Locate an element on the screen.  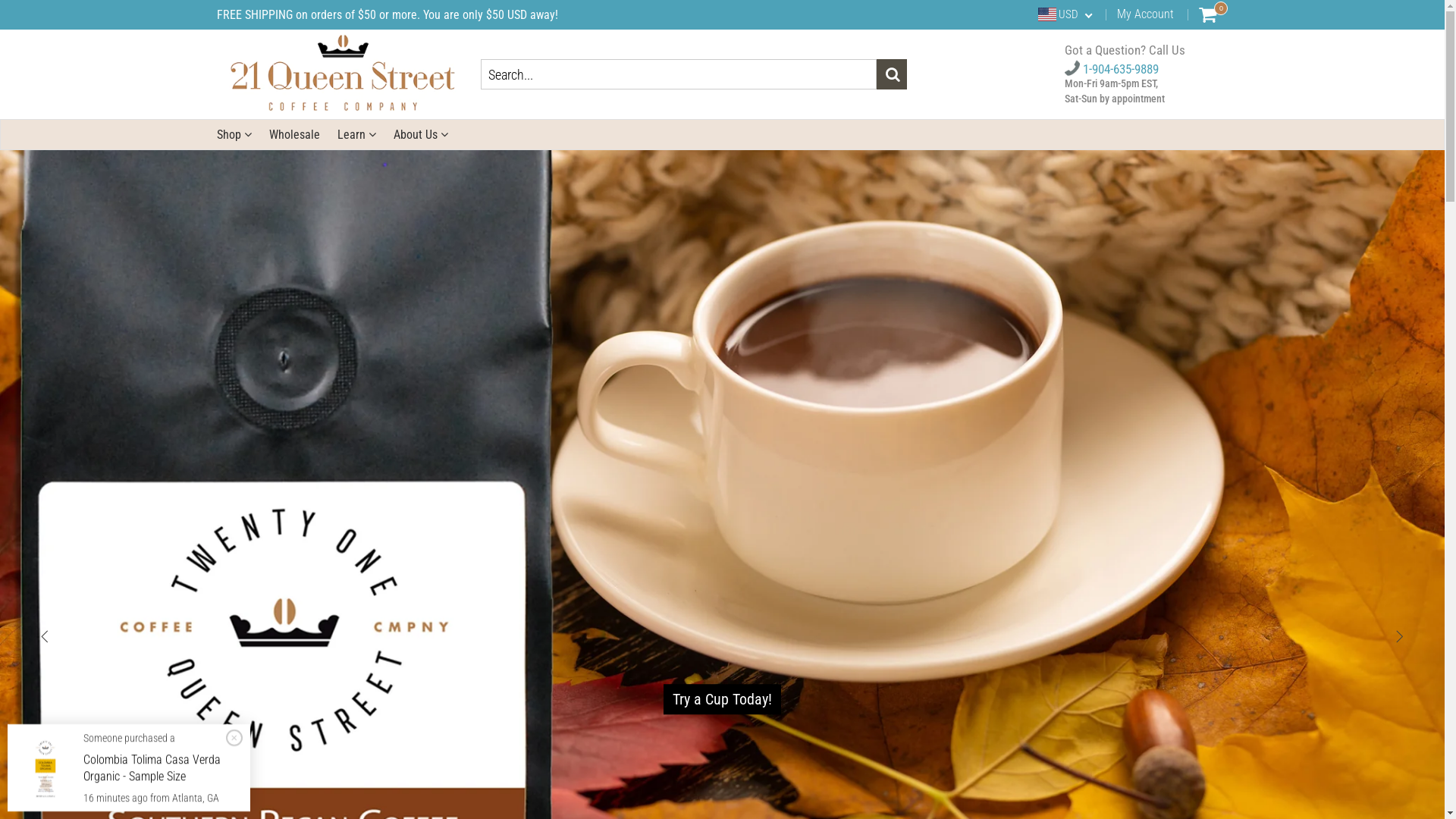
'Wholesale' is located at coordinates (293, 133).